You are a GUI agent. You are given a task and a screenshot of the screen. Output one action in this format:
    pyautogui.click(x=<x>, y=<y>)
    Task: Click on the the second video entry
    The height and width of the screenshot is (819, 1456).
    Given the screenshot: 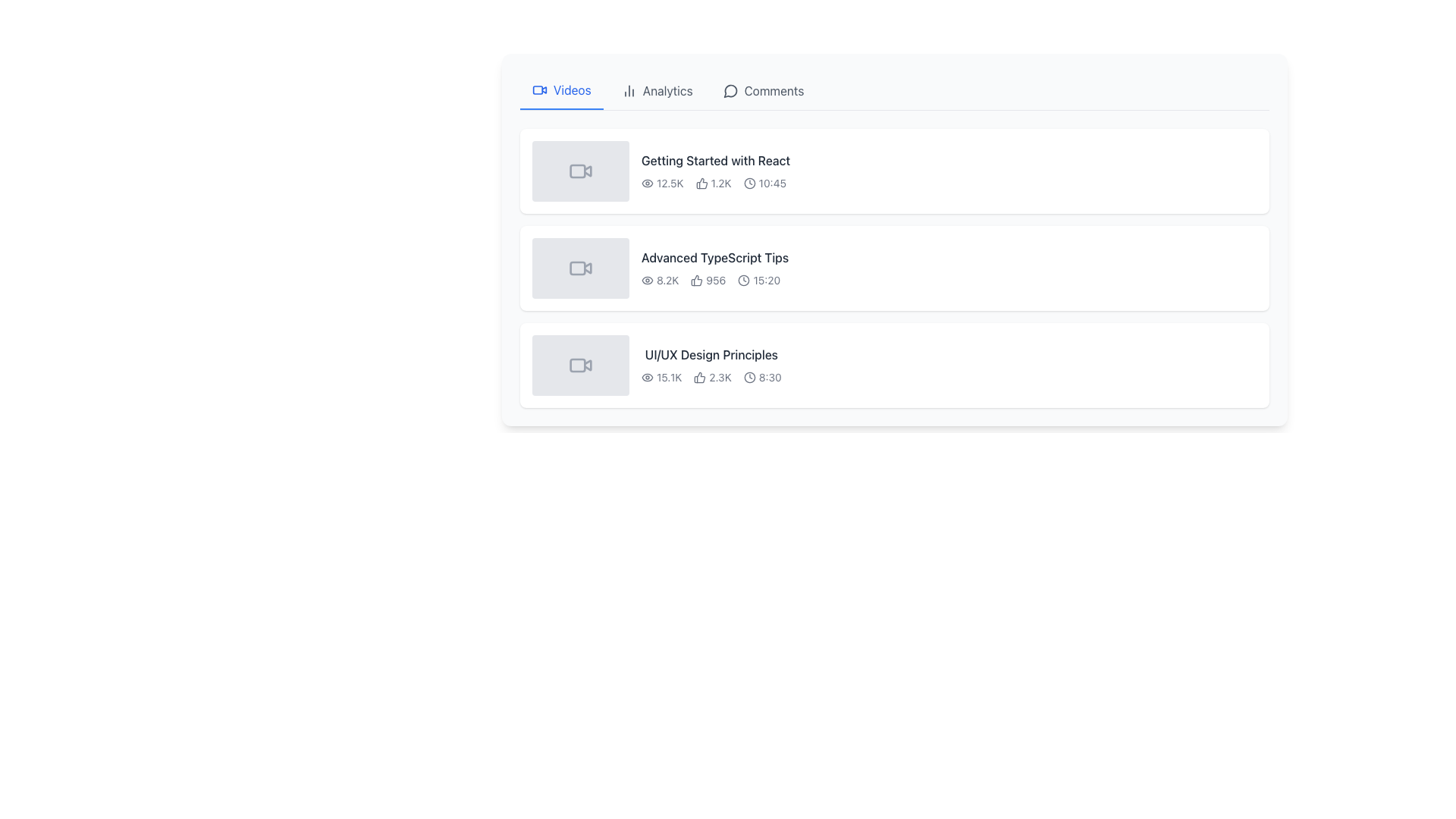 What is the action you would take?
    pyautogui.click(x=660, y=268)
    